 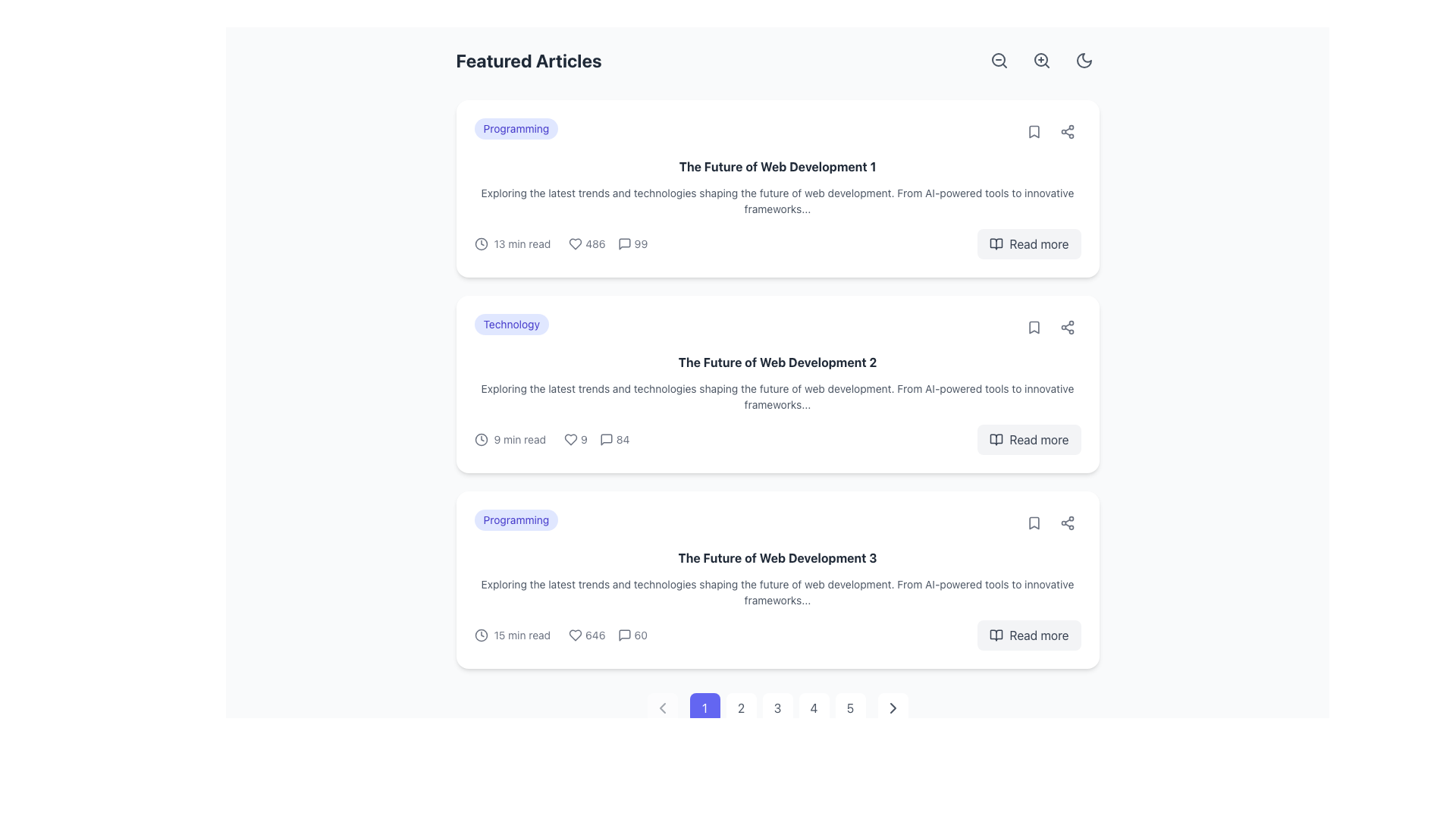 I want to click on the 'Programming' label tag with rounded corners and a light indigo background located at the top-left corner of the card for the article 'The Future of Web Development 3', so click(x=516, y=519).